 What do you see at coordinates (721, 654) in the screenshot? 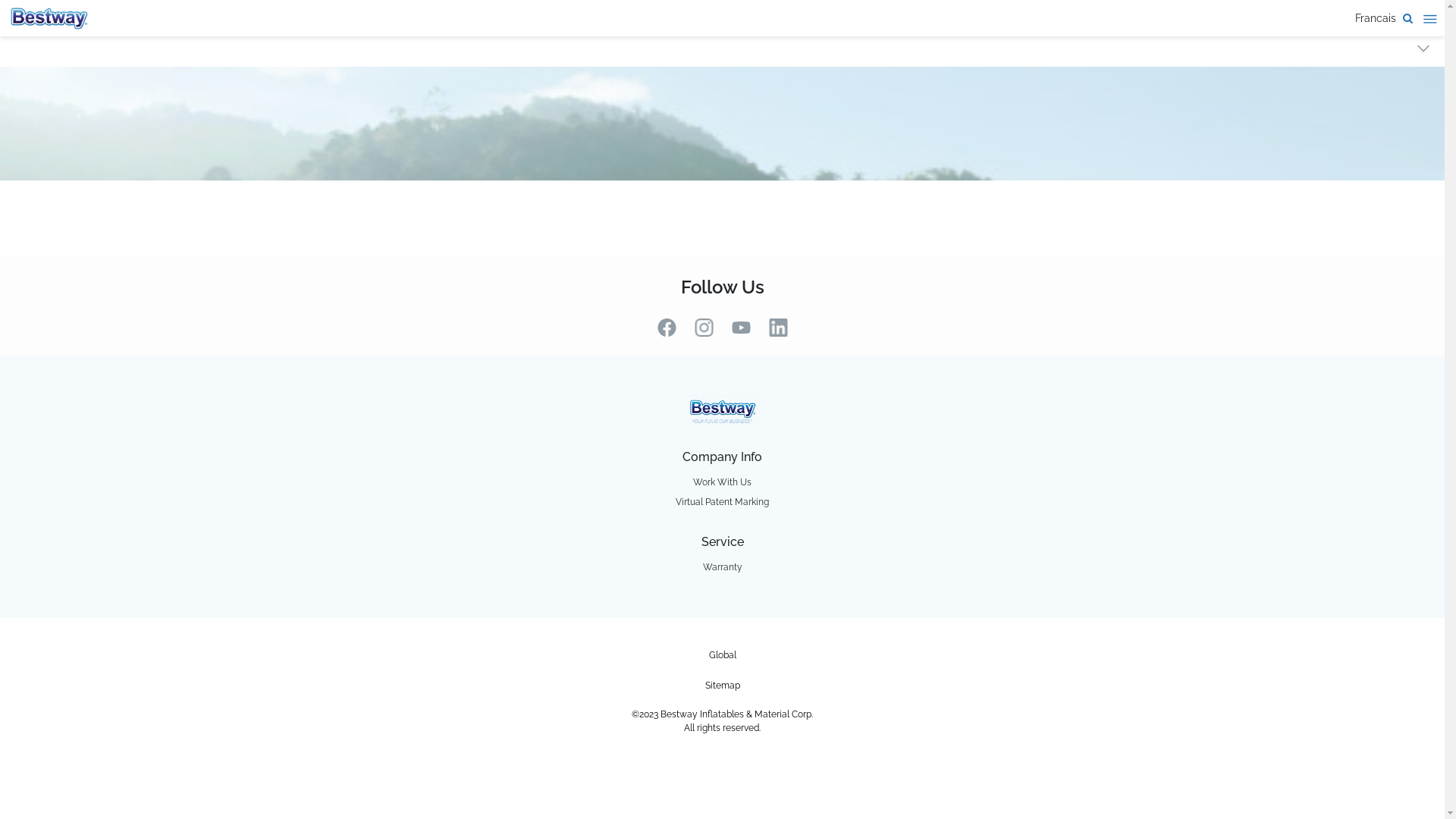
I see `'Global'` at bounding box center [721, 654].